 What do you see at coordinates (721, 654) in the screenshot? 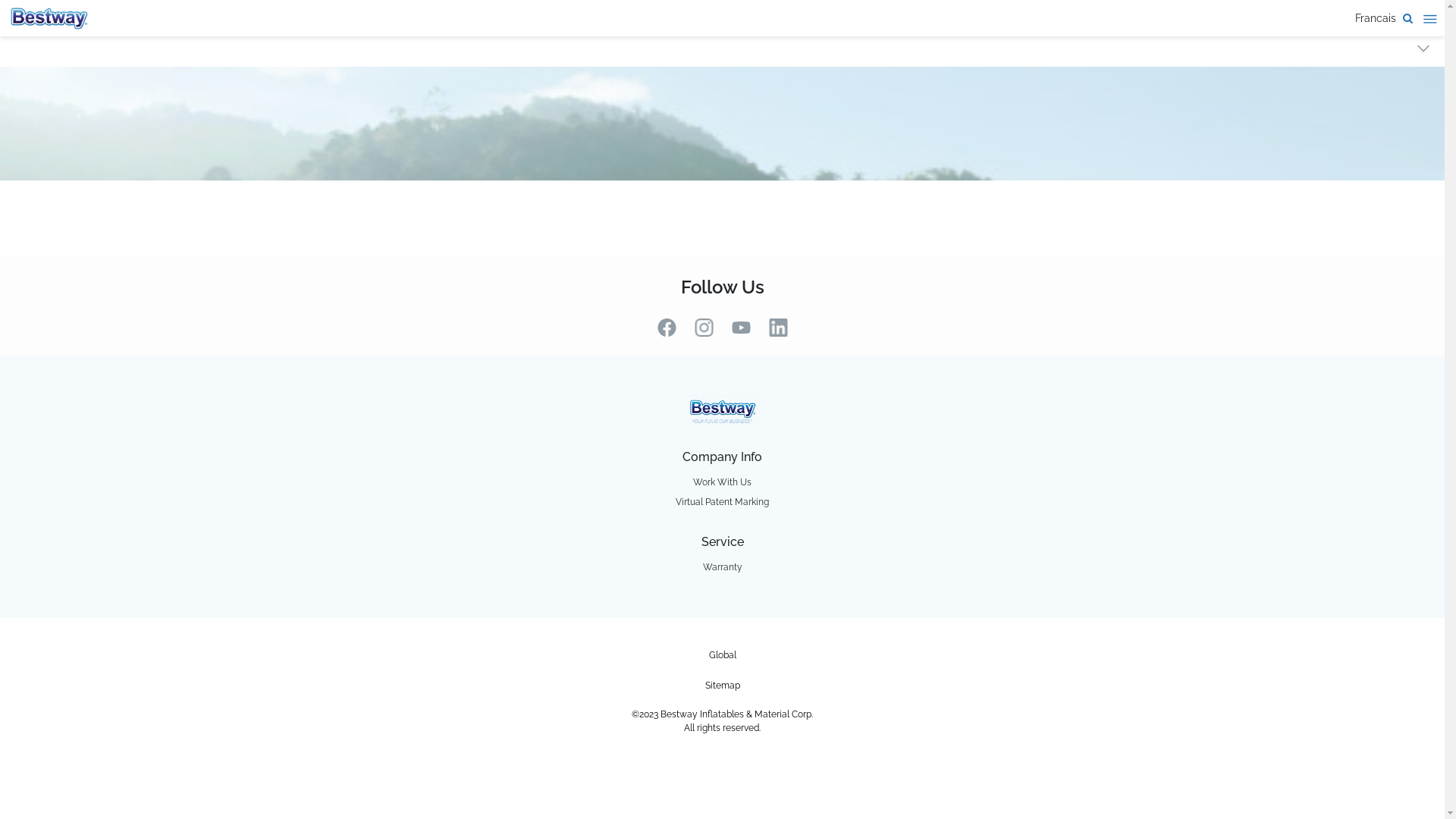
I see `'Global'` at bounding box center [721, 654].